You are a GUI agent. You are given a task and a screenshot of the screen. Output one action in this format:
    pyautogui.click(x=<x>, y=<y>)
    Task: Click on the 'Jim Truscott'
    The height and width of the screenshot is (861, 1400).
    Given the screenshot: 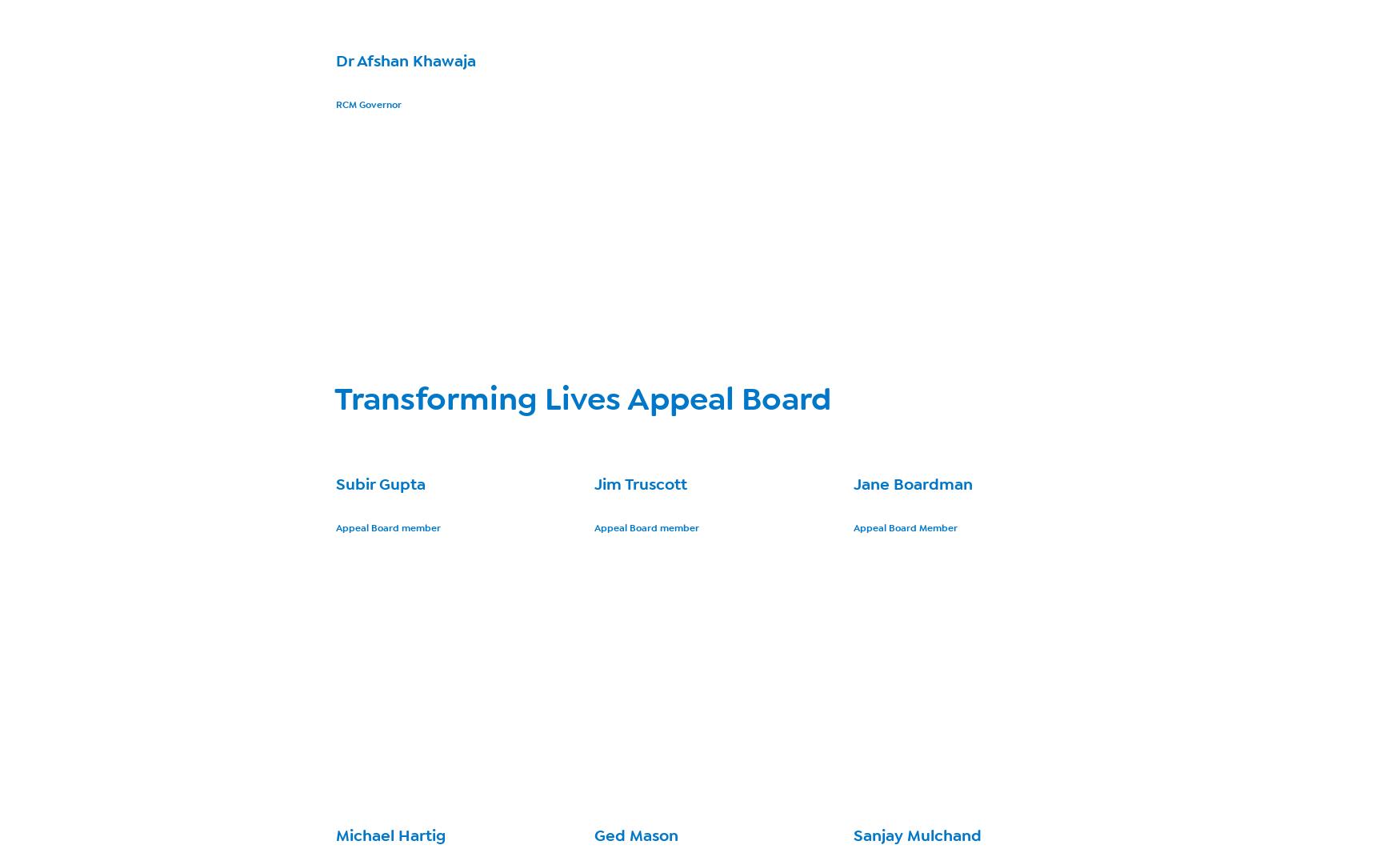 What is the action you would take?
    pyautogui.click(x=594, y=484)
    